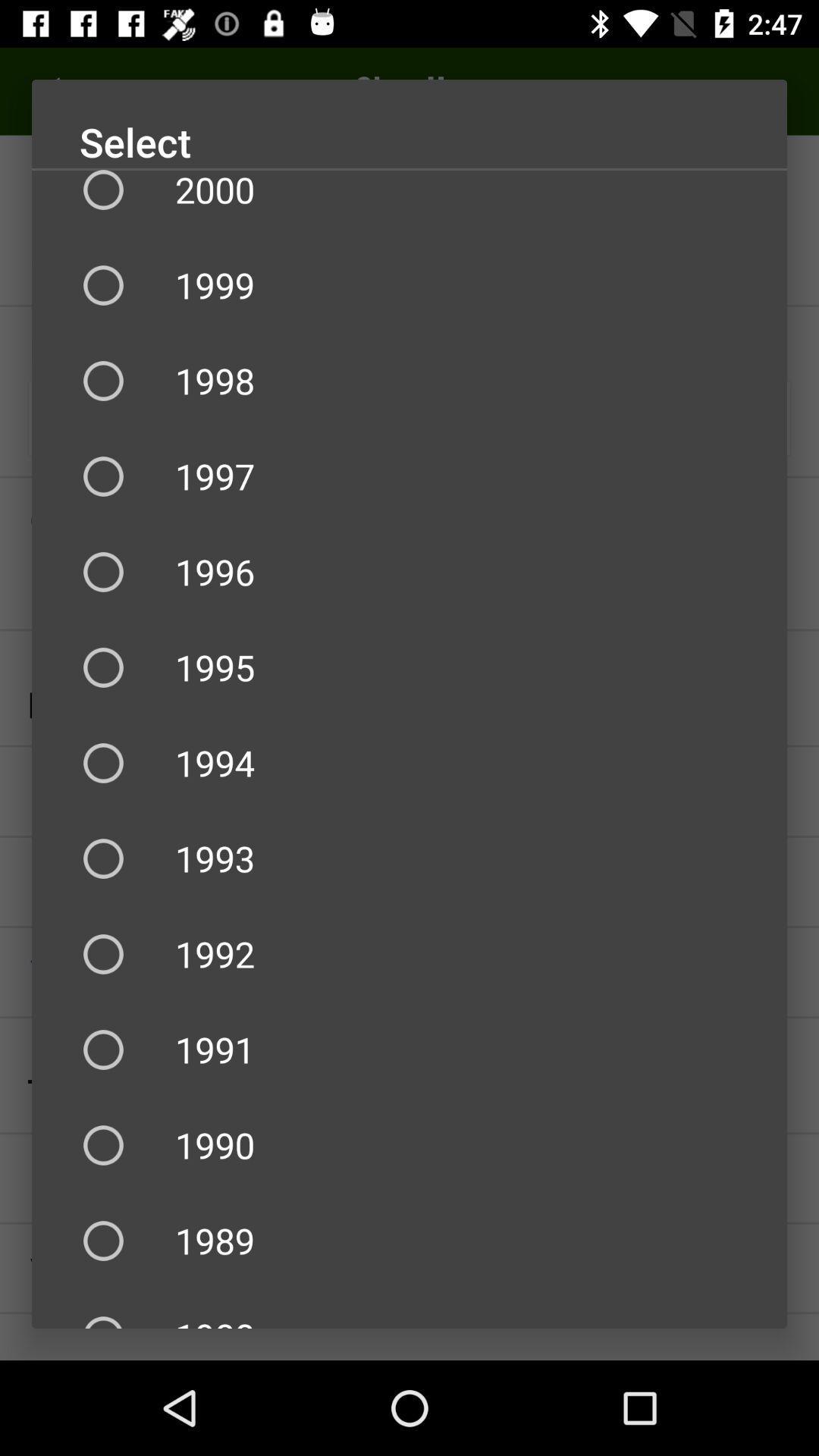 Image resolution: width=819 pixels, height=1456 pixels. What do you see at coordinates (409, 858) in the screenshot?
I see `the item below 1994` at bounding box center [409, 858].